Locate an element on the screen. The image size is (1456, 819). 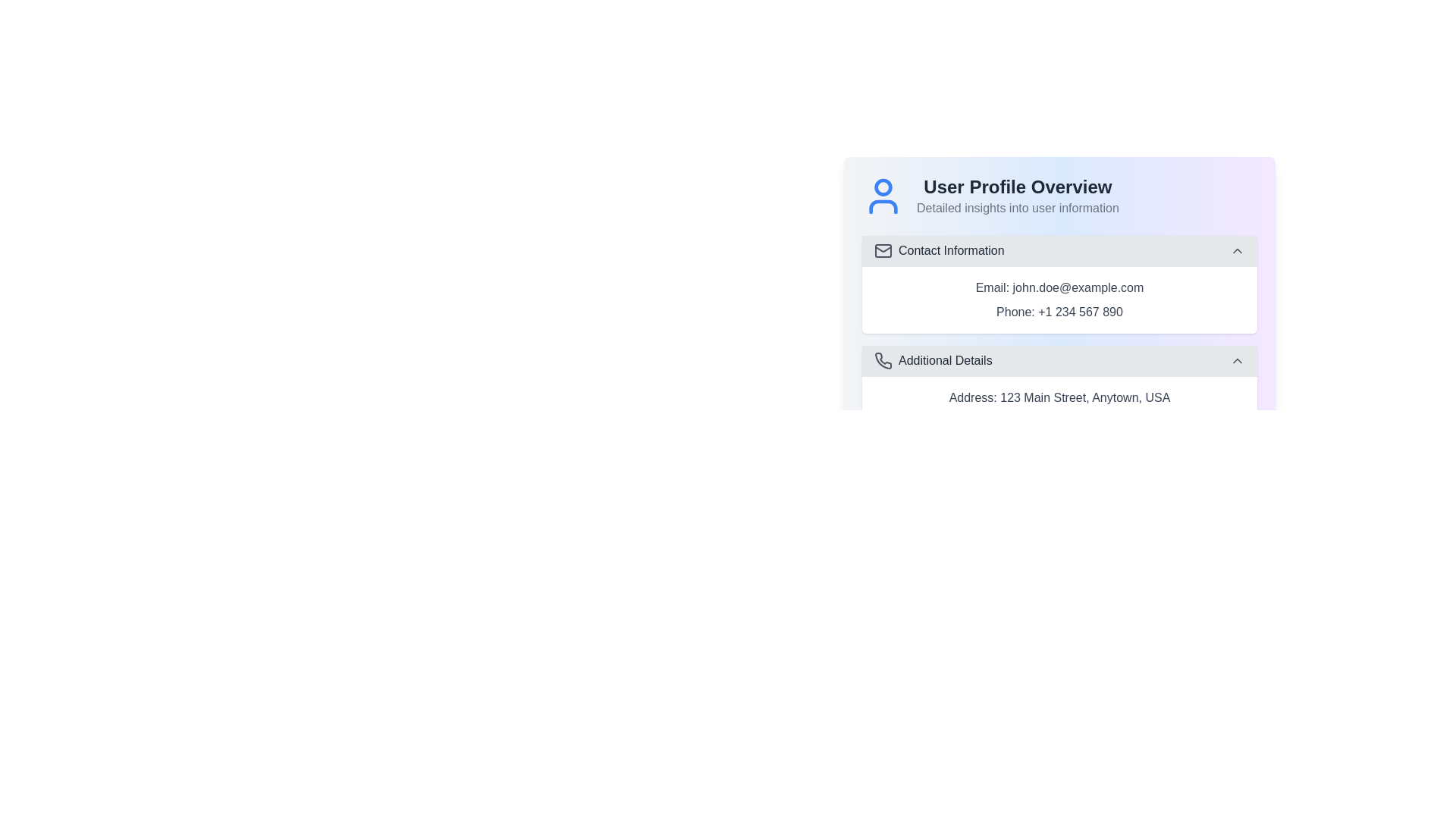
the collapsible panel that contains the user's contact details, indicated by the arrow icon is located at coordinates (1059, 275).